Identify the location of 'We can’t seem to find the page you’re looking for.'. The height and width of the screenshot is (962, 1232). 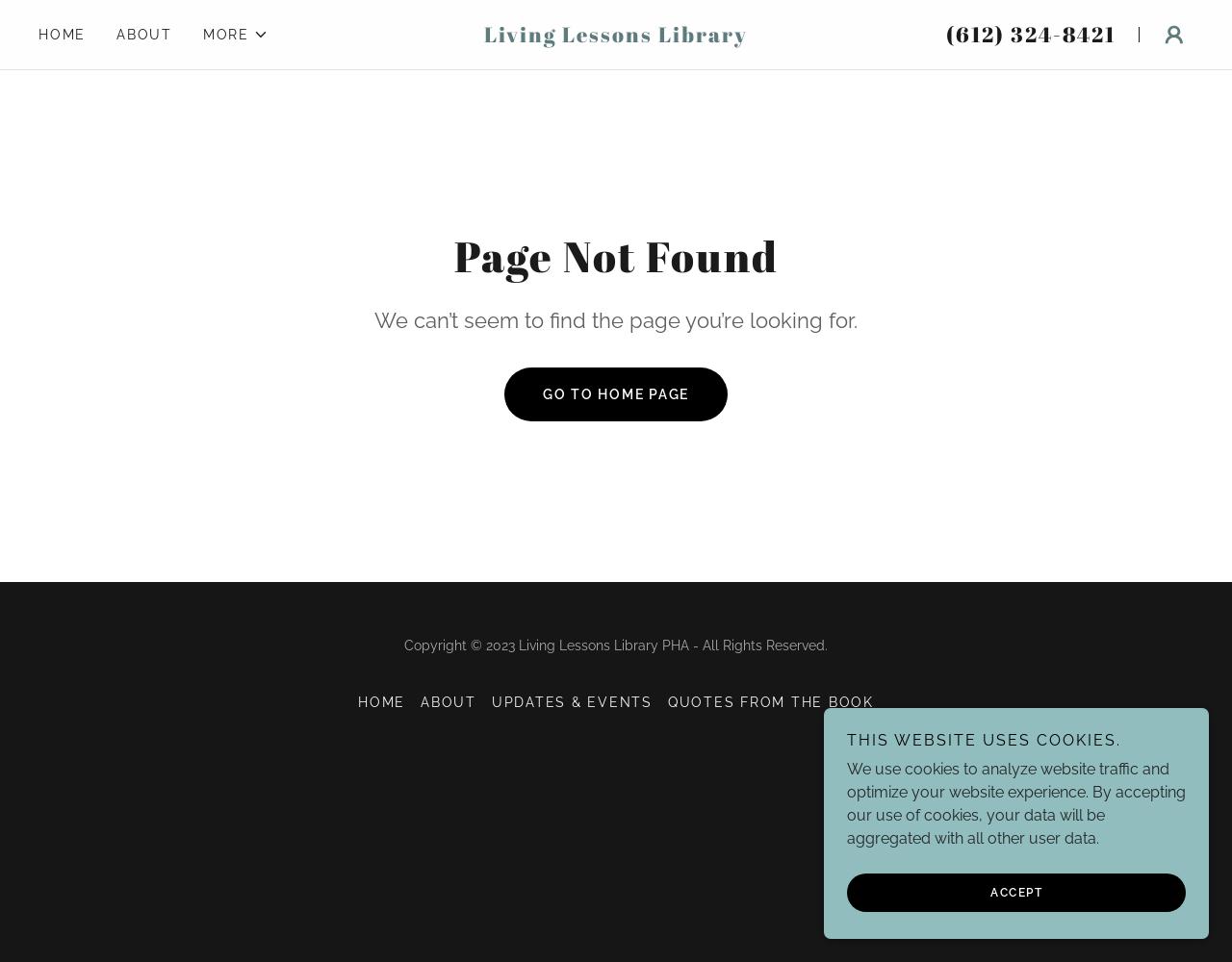
(616, 318).